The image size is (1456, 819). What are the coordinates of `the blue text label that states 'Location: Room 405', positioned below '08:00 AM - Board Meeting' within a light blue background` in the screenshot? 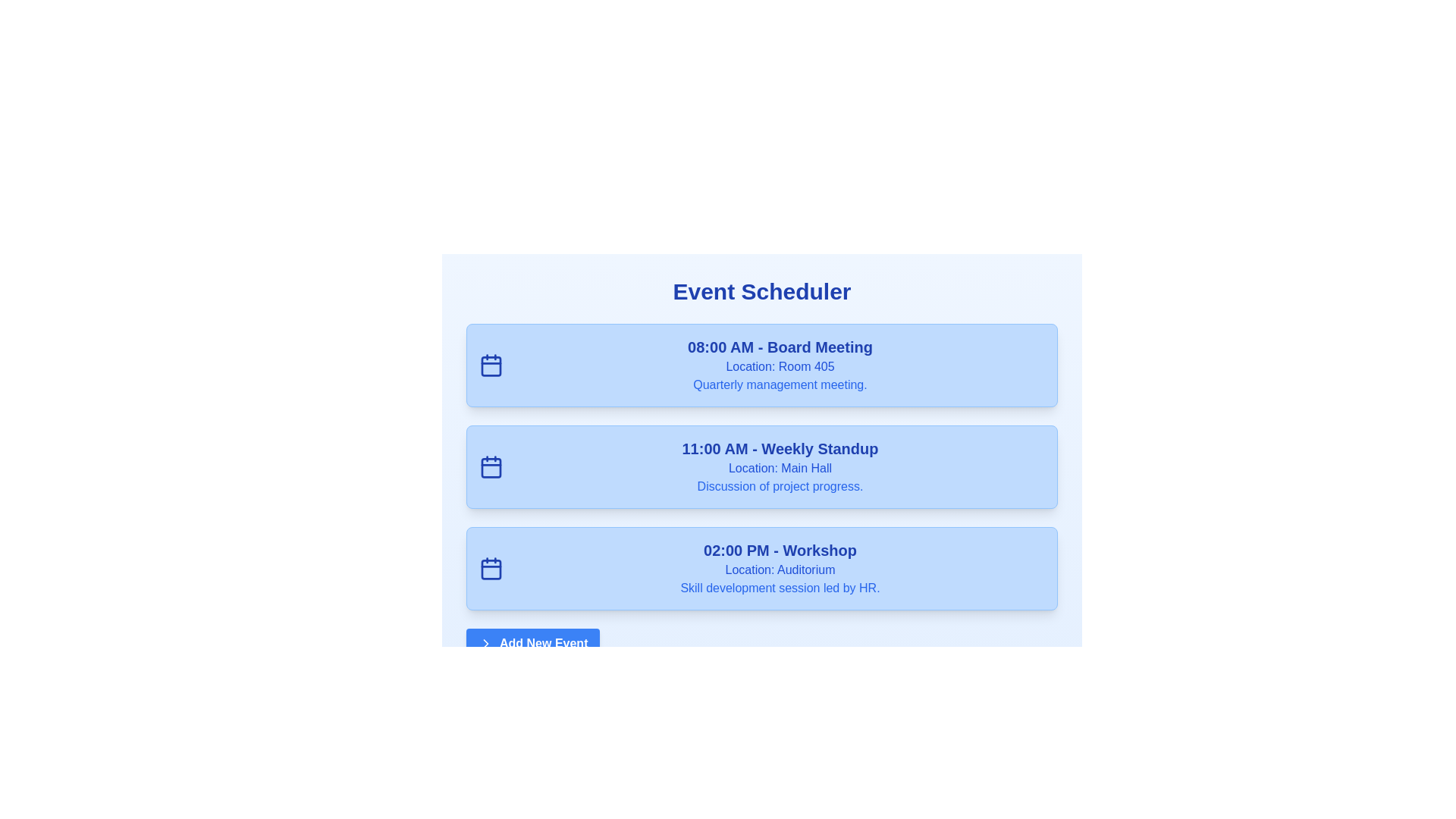 It's located at (780, 366).